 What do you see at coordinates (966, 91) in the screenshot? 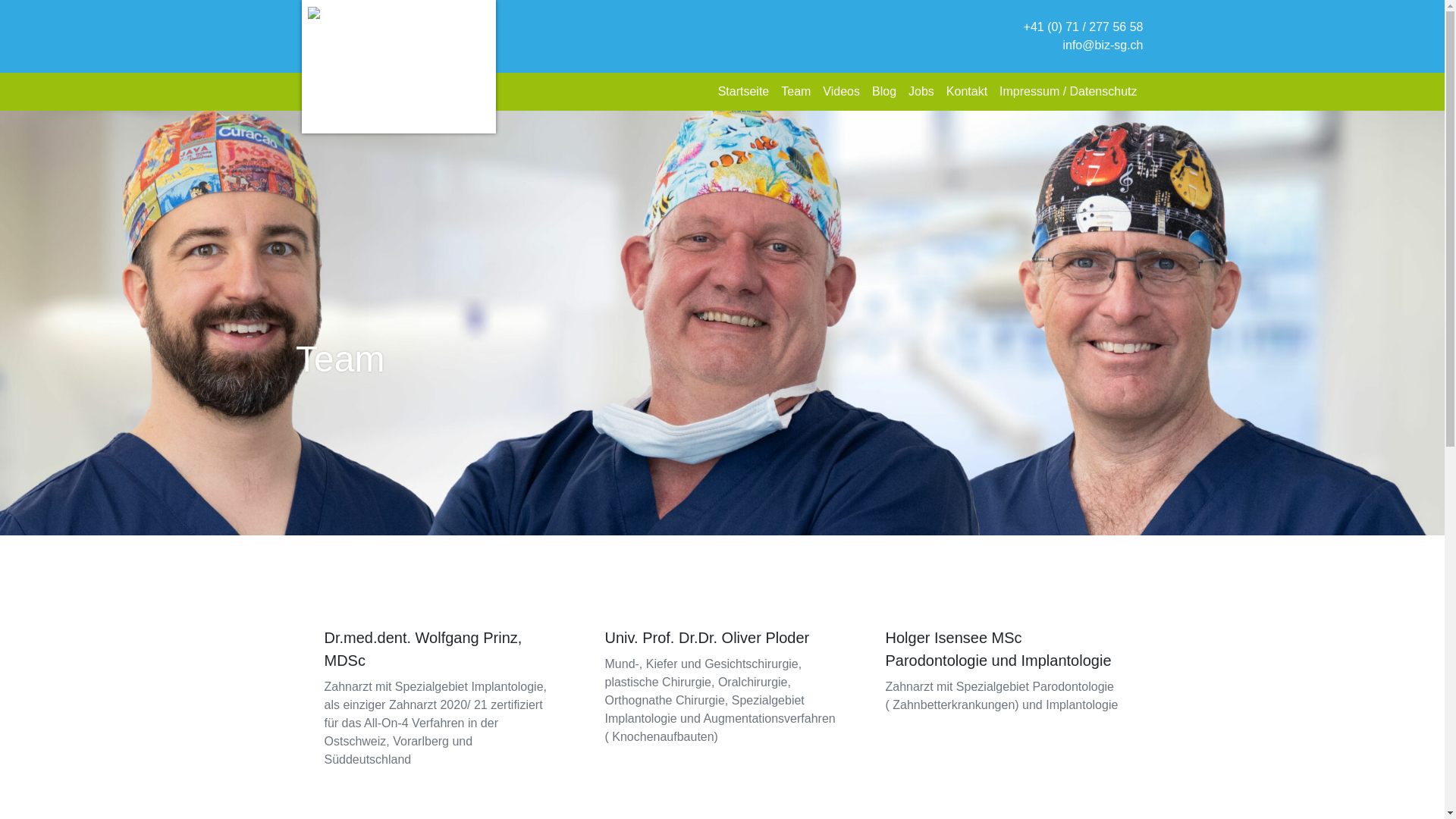
I see `'Kontakt'` at bounding box center [966, 91].